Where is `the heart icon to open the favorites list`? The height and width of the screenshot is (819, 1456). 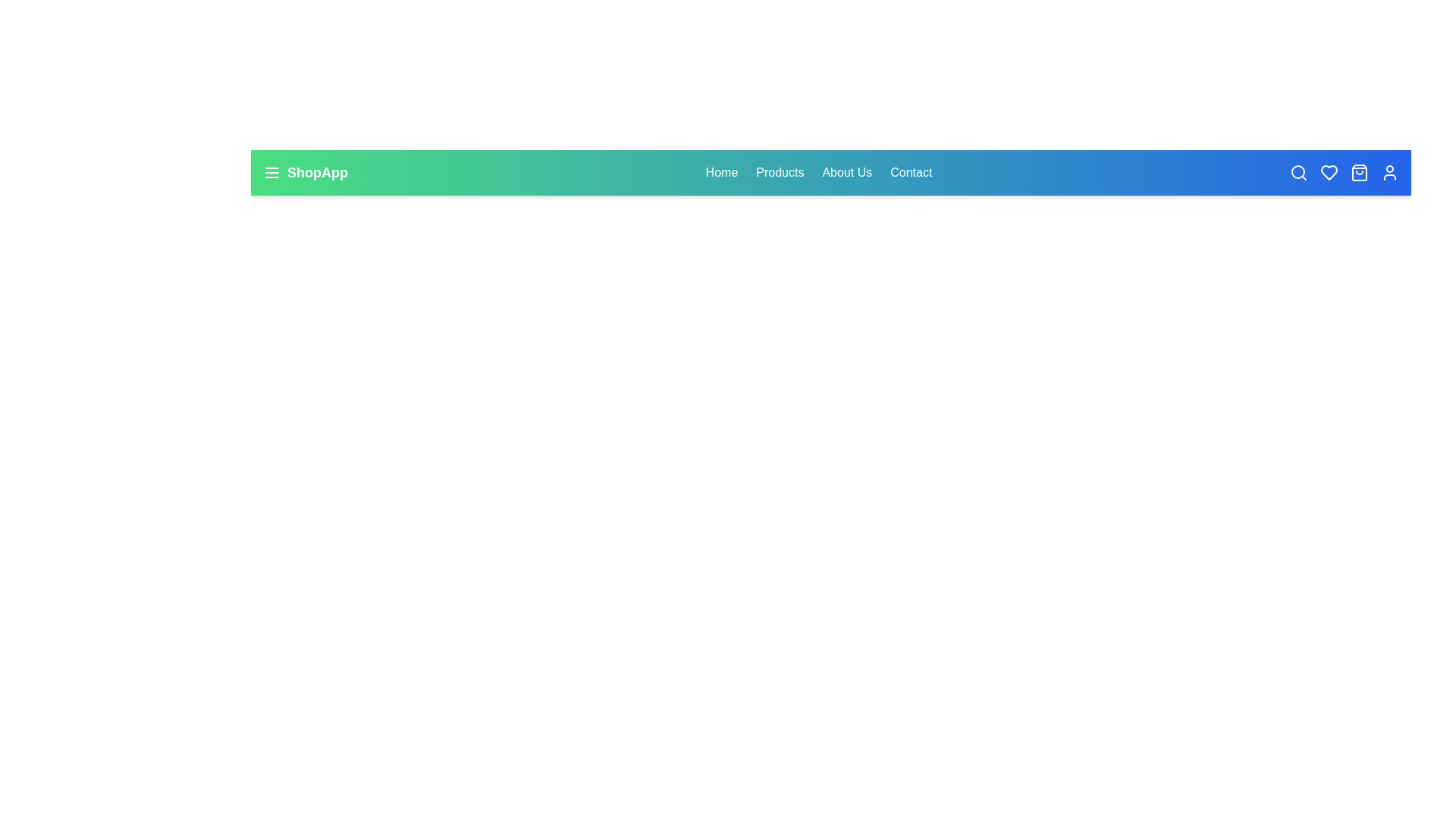
the heart icon to open the favorites list is located at coordinates (1328, 171).